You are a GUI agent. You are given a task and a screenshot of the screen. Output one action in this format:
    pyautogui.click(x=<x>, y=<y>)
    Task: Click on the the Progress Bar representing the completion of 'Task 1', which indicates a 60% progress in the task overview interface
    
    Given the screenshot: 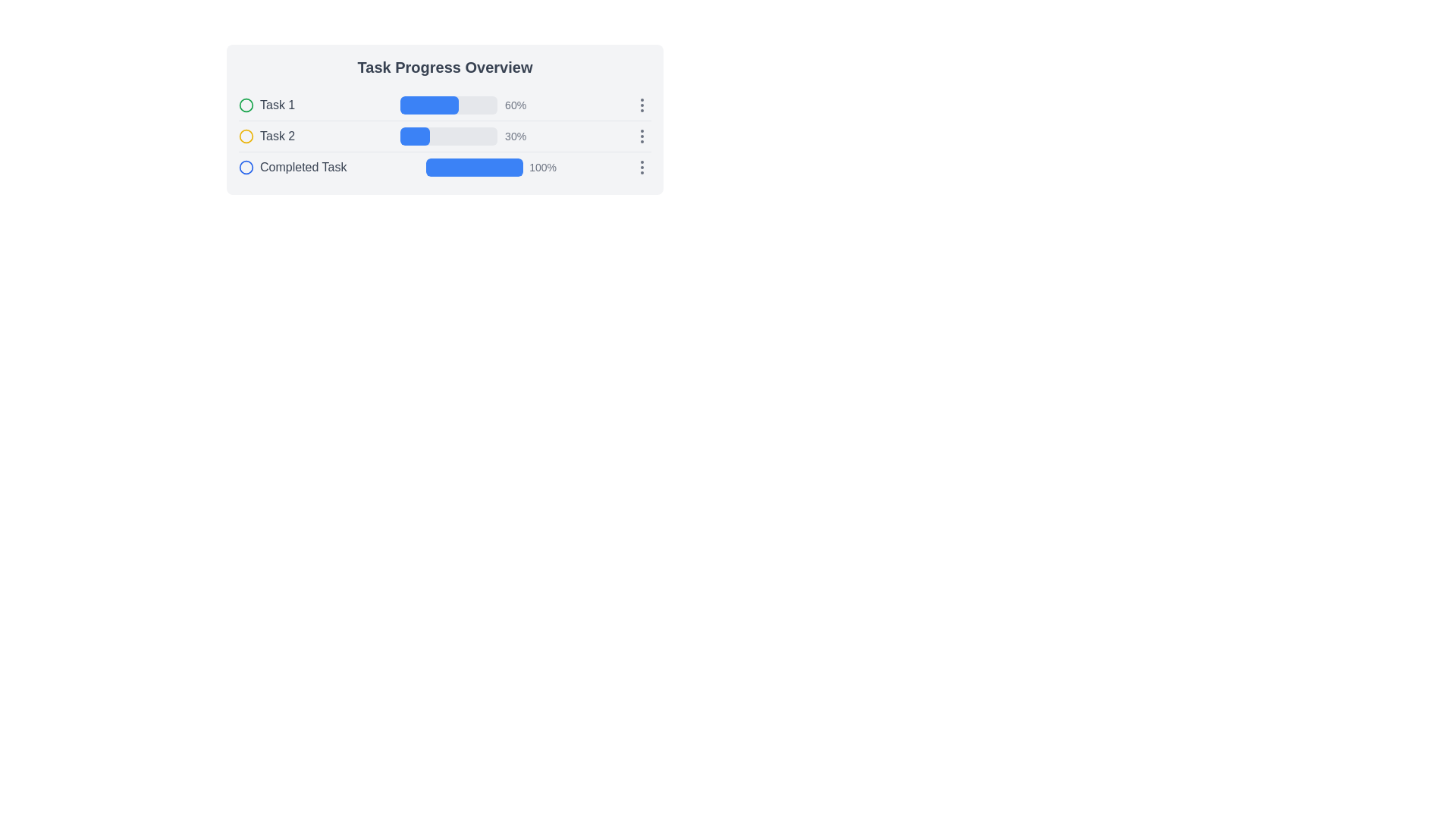 What is the action you would take?
    pyautogui.click(x=448, y=104)
    